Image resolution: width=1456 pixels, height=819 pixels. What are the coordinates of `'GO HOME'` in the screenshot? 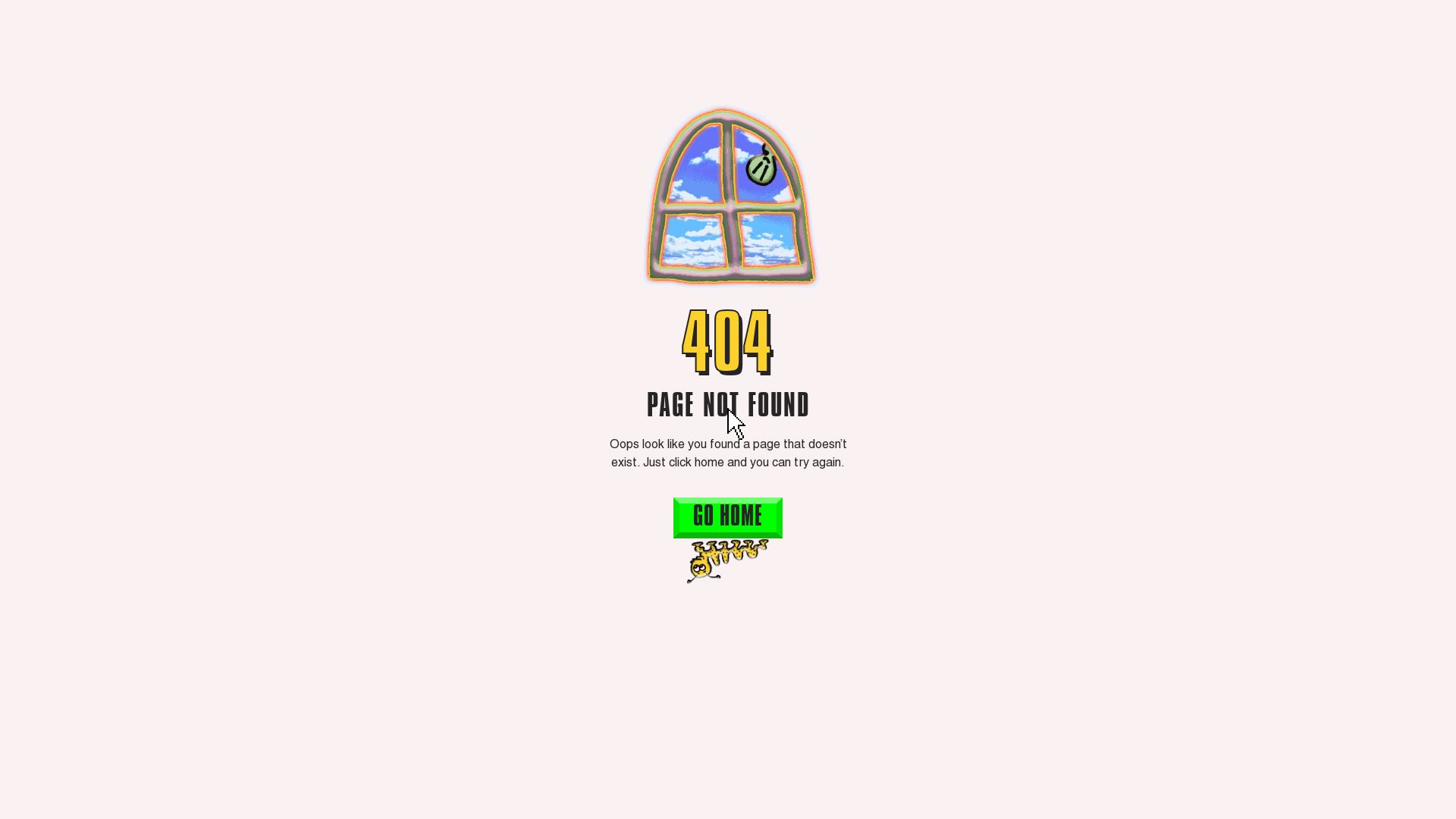 It's located at (728, 516).